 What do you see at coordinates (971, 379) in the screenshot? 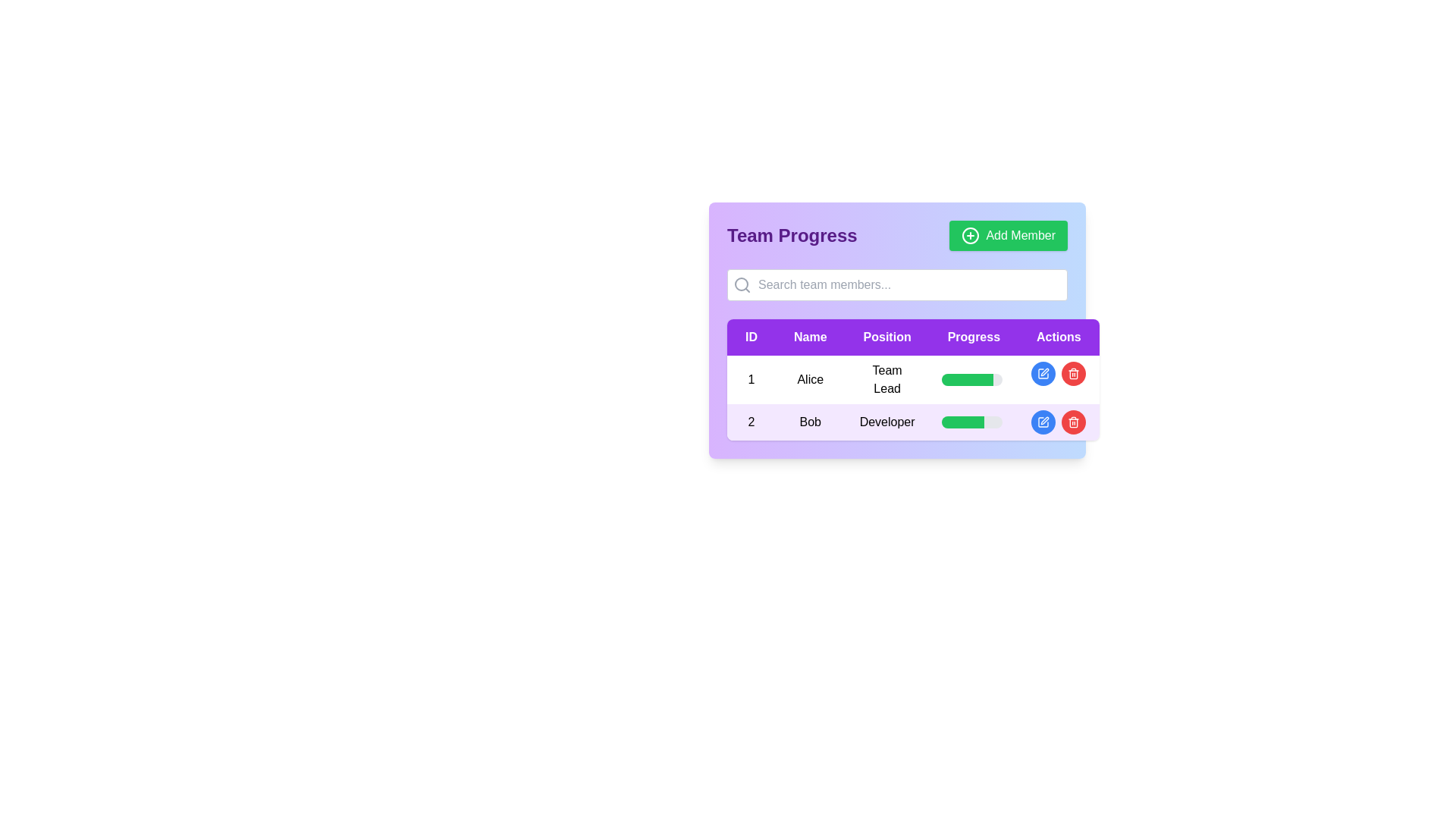
I see `the progress bar located in the first row of the table, which represents the completion of a task or progress of an objective, positioned between the 'Team Lead' text and action buttons` at bounding box center [971, 379].